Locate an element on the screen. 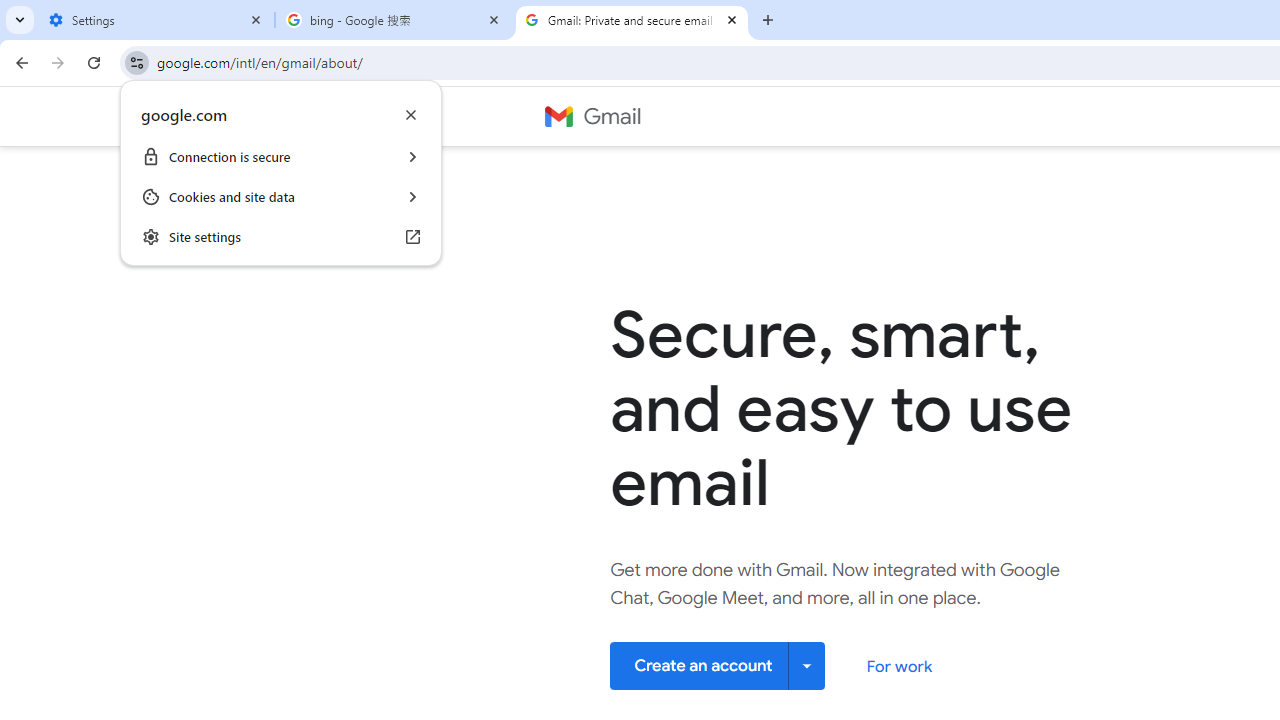 This screenshot has width=1280, height=720. 'Connection is secure ' is located at coordinates (280, 155).